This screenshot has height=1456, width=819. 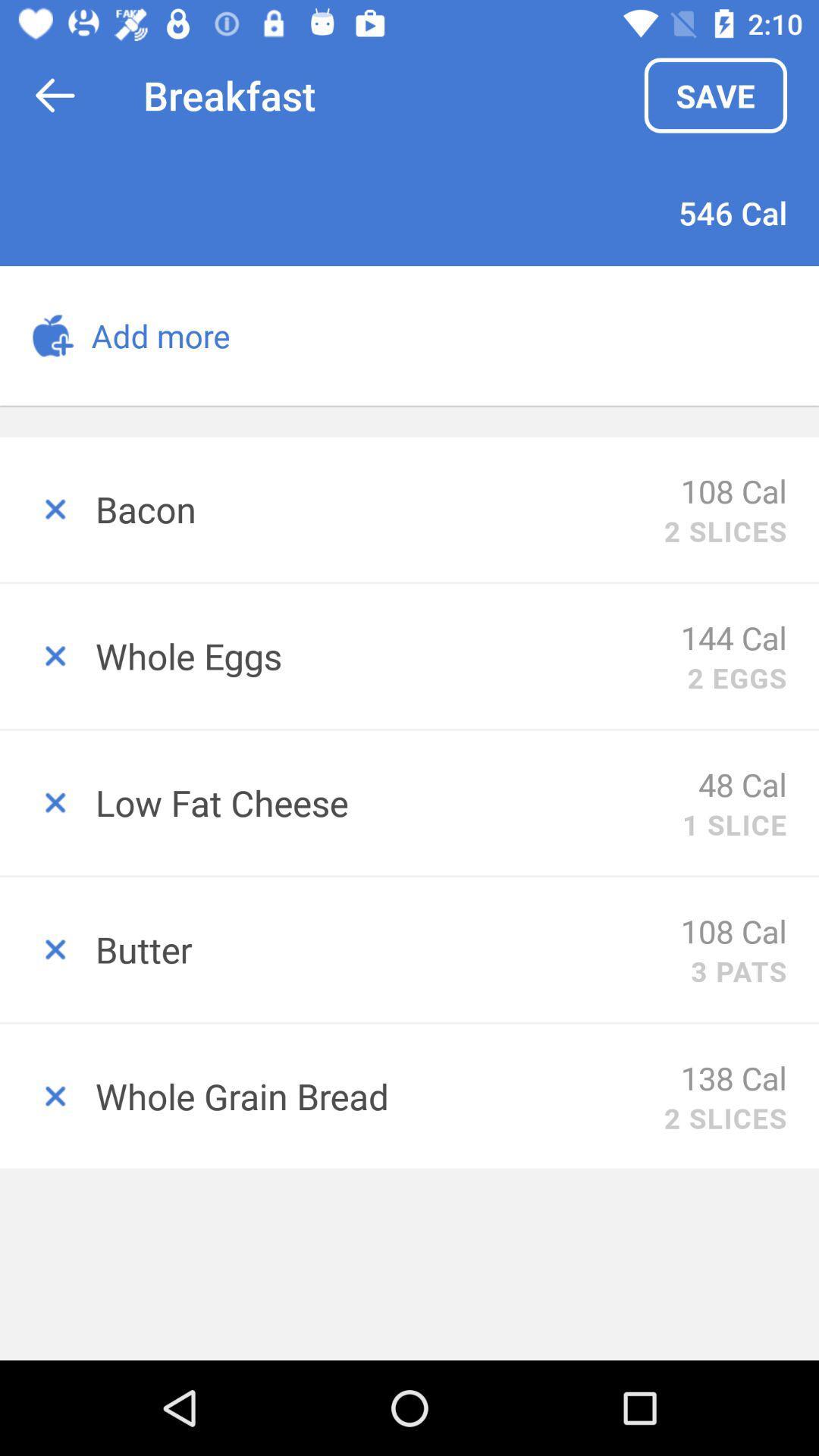 What do you see at coordinates (46, 1096) in the screenshot?
I see `delete list item` at bounding box center [46, 1096].